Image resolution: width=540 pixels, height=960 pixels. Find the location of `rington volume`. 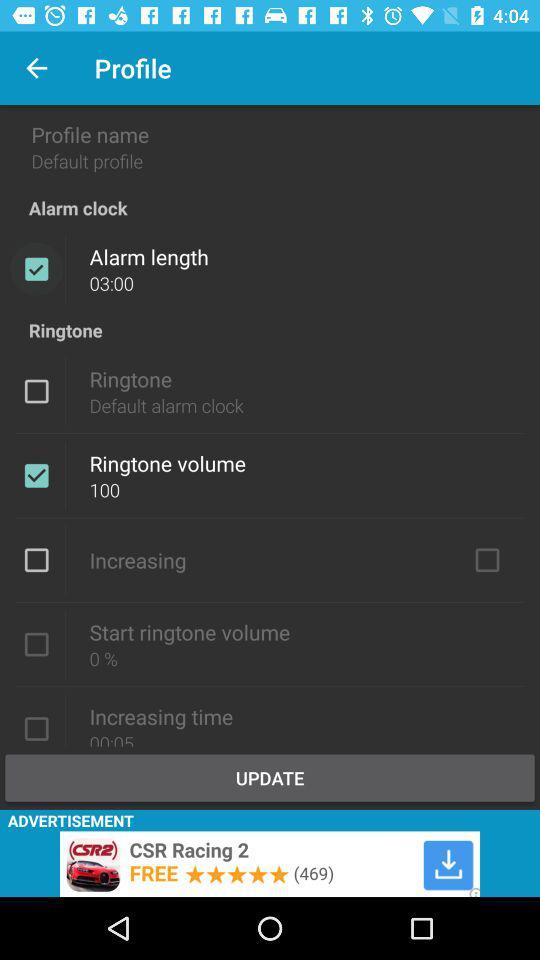

rington volume is located at coordinates (36, 643).